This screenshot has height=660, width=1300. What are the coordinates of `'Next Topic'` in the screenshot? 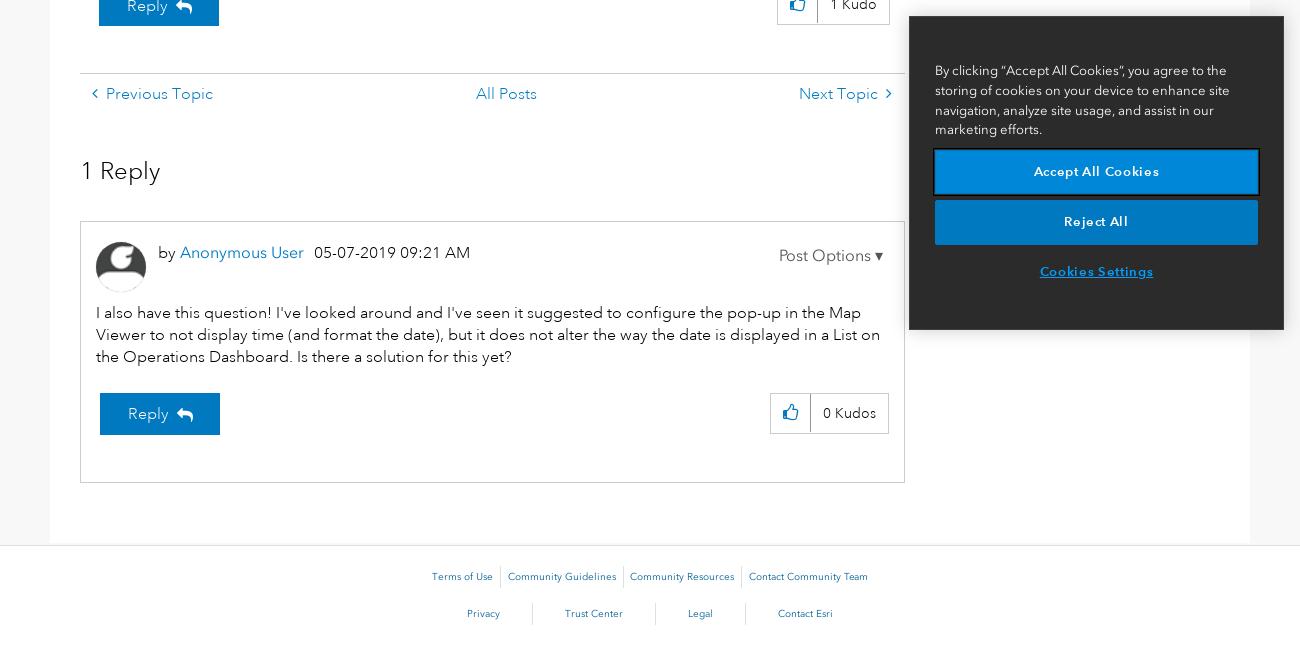 It's located at (838, 92).